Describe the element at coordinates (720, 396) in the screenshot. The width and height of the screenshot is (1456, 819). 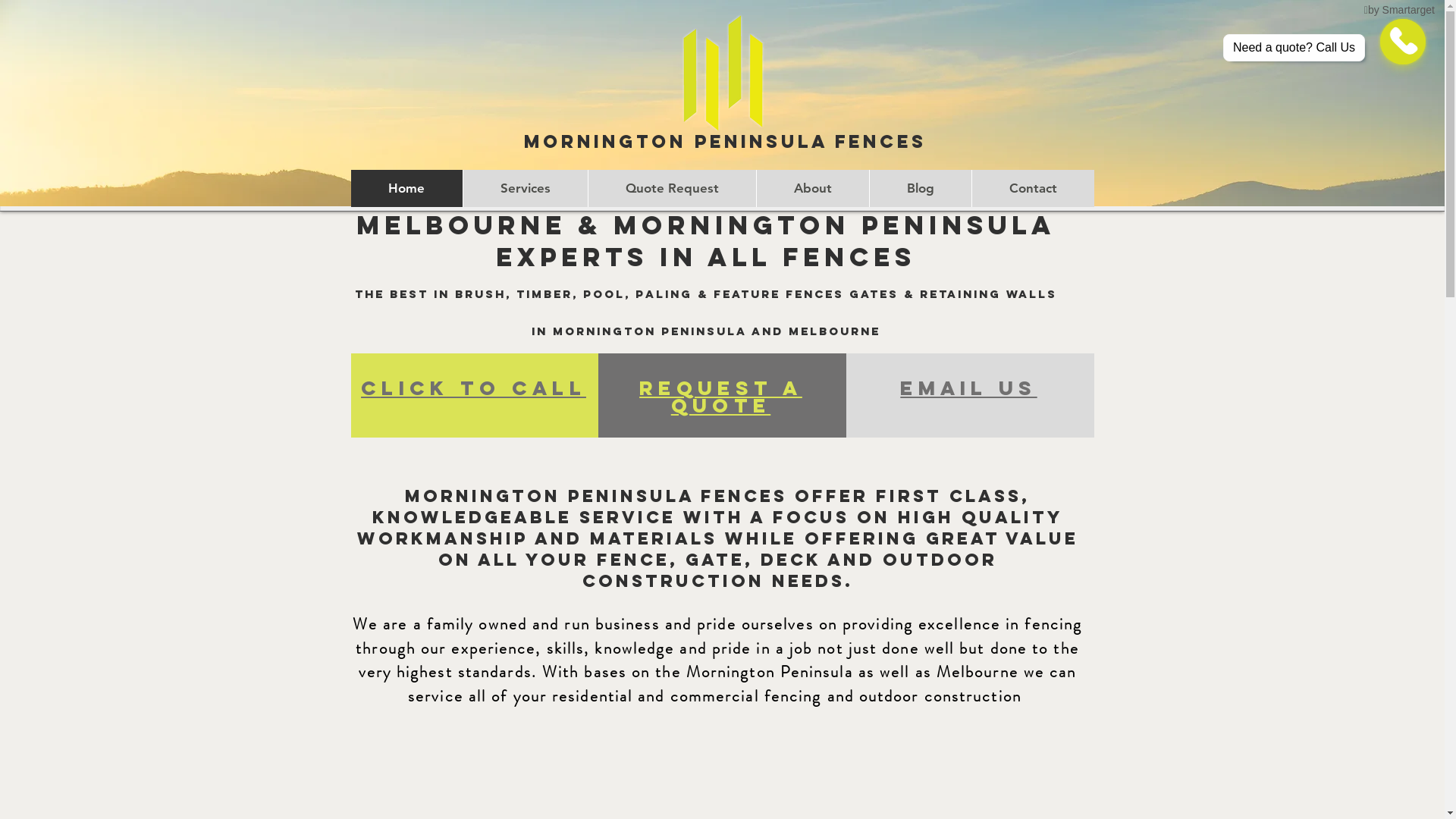
I see `'request a quote'` at that location.